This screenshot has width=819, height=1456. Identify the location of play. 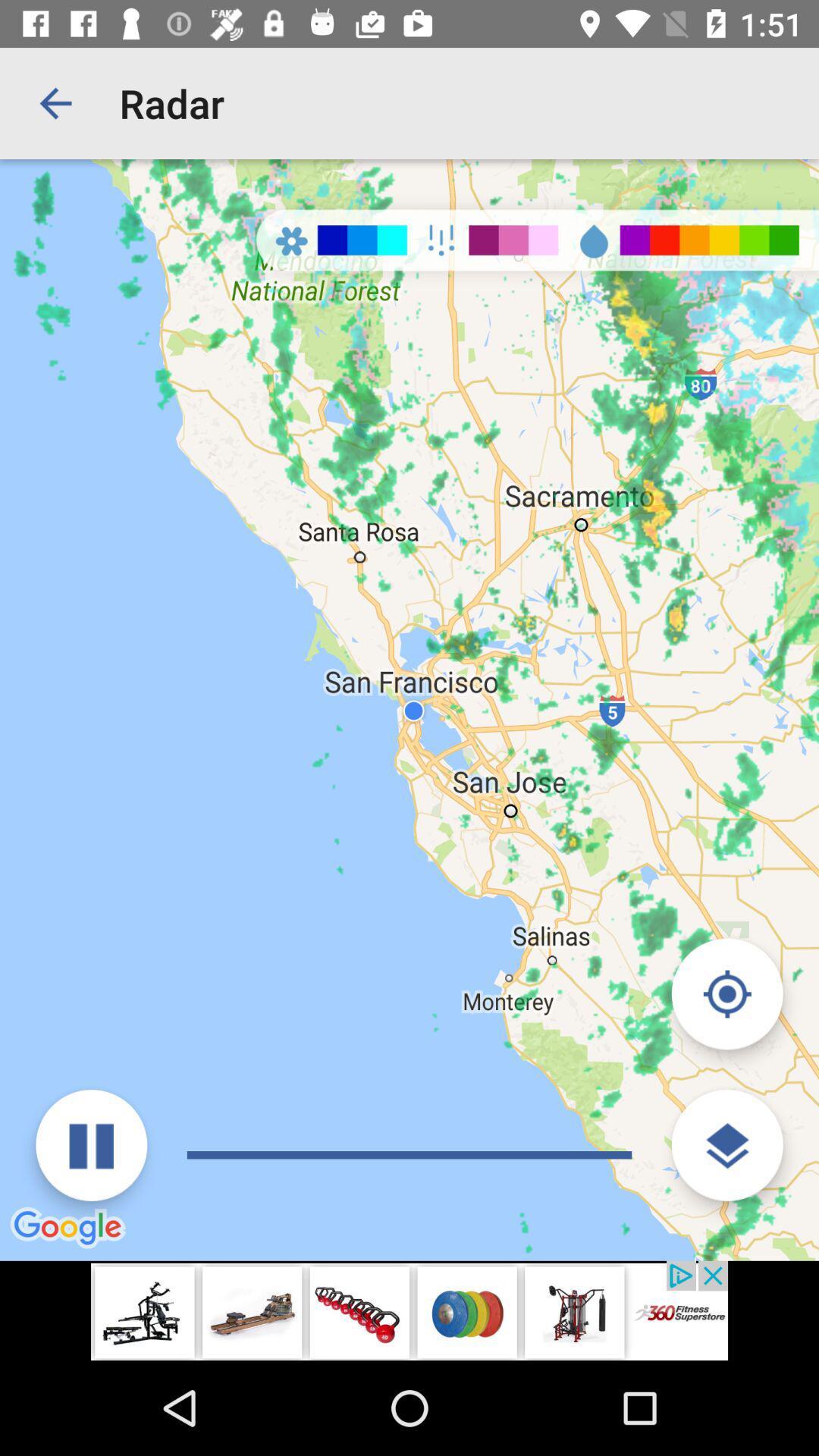
(91, 1145).